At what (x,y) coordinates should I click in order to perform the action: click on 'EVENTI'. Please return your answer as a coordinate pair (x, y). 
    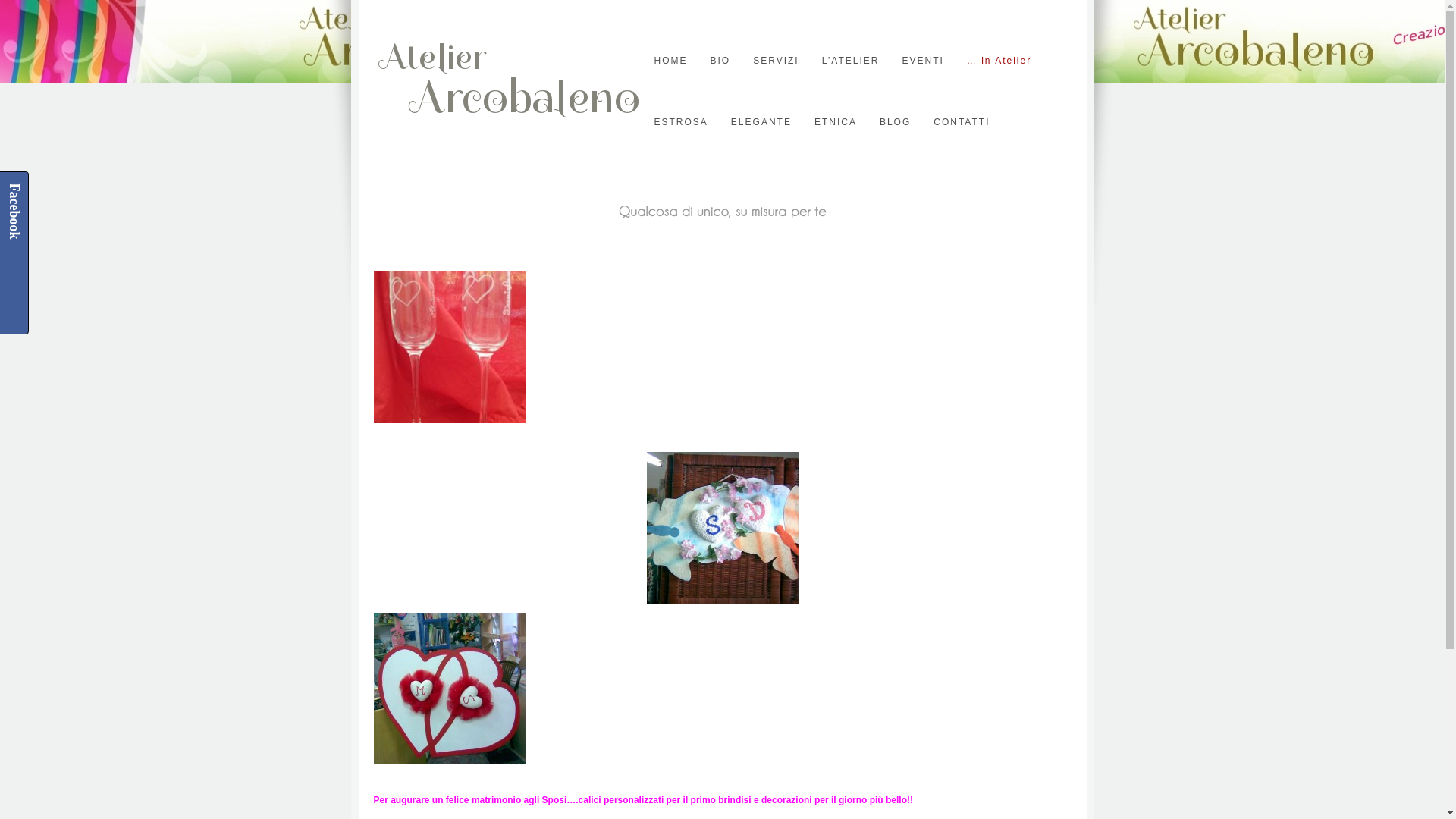
    Looking at the image, I should click on (921, 60).